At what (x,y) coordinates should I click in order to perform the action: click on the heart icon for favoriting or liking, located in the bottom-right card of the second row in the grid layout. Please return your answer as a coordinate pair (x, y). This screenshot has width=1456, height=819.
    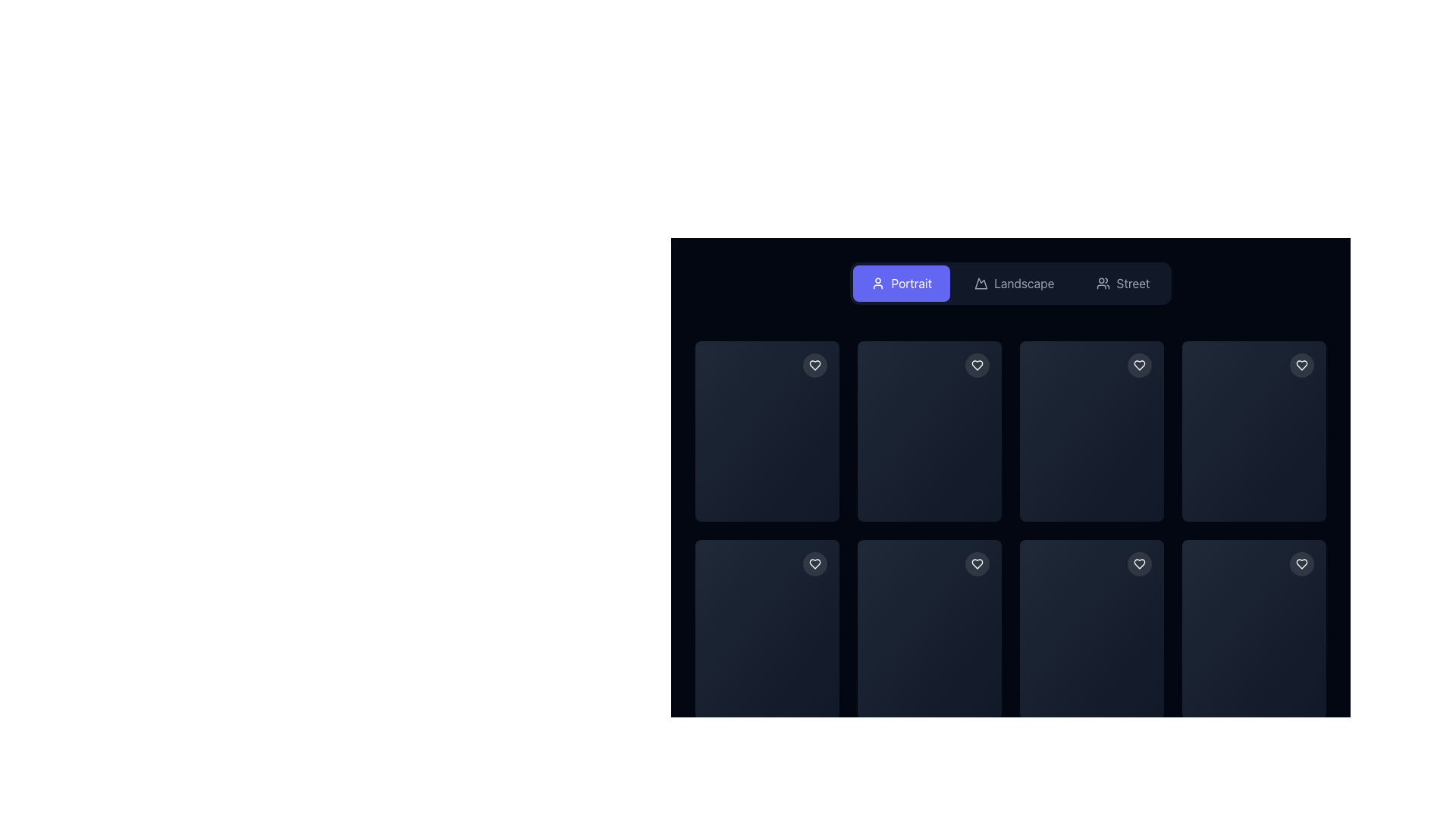
    Looking at the image, I should click on (1139, 563).